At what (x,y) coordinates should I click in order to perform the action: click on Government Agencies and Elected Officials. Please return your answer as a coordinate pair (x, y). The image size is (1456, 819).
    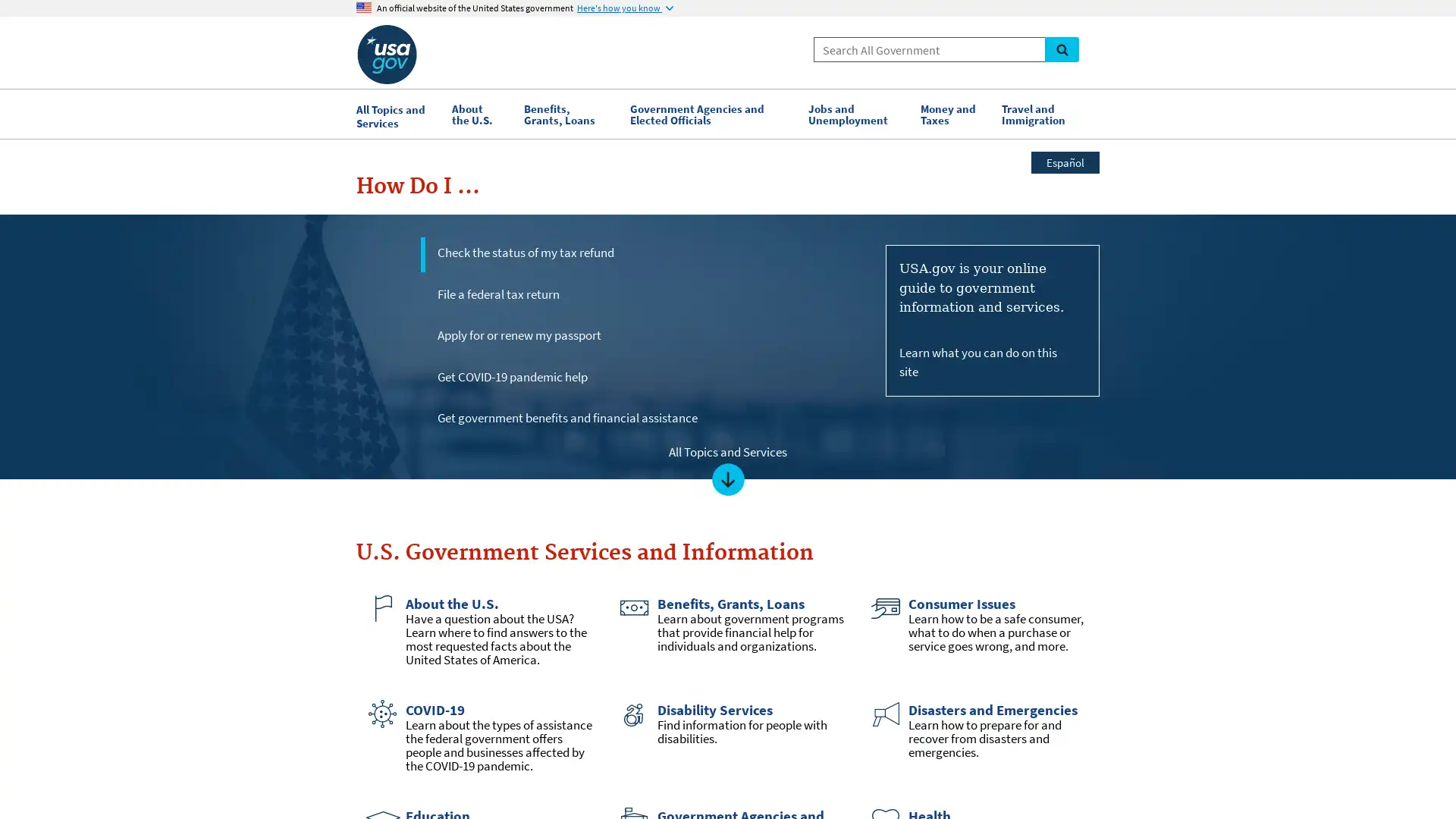
    Looking at the image, I should click on (710, 113).